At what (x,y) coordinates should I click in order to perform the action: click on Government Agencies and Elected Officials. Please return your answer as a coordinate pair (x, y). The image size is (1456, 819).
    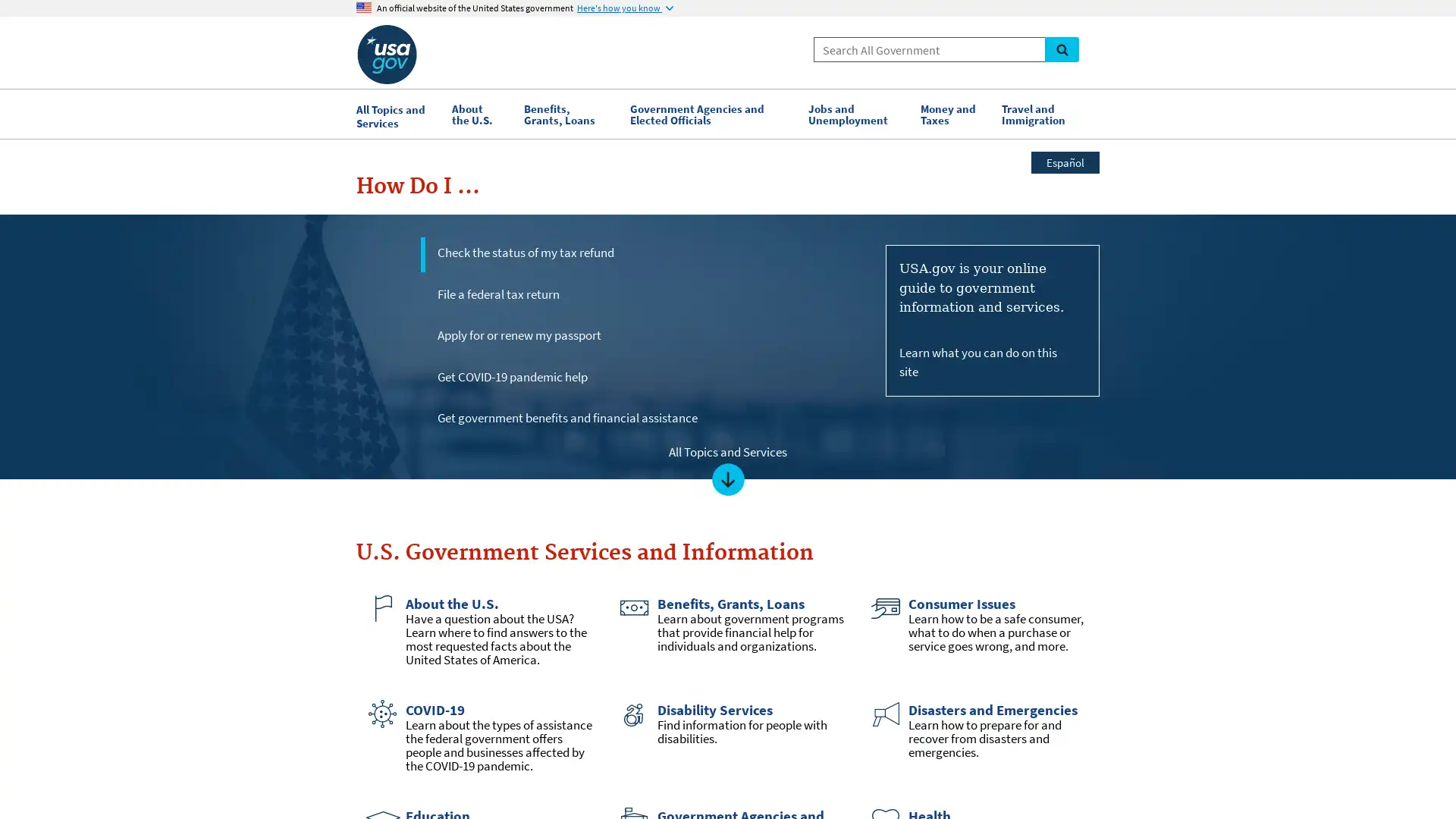
    Looking at the image, I should click on (710, 113).